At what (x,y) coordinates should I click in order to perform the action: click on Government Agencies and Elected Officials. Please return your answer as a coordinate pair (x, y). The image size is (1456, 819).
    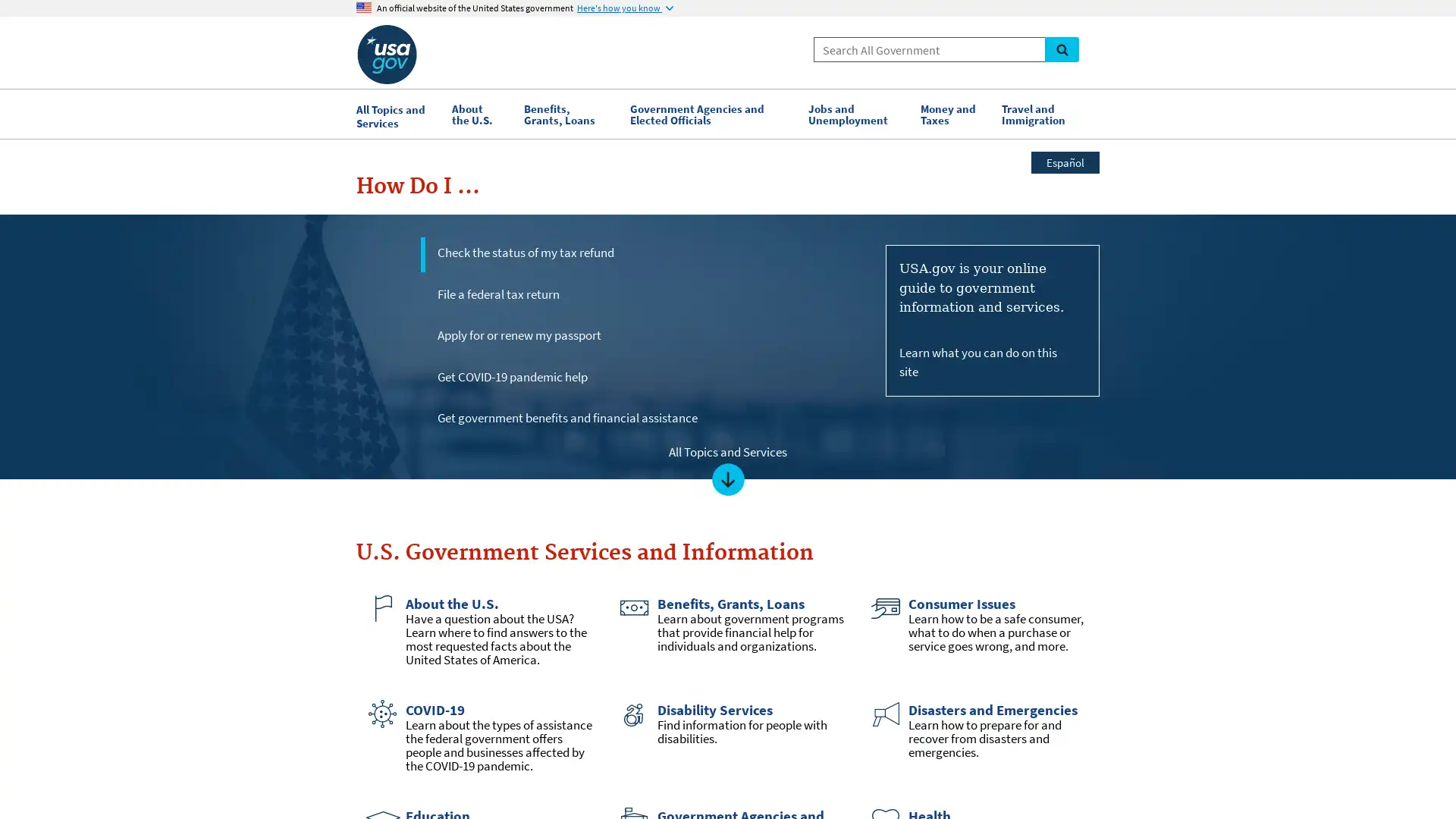
    Looking at the image, I should click on (710, 113).